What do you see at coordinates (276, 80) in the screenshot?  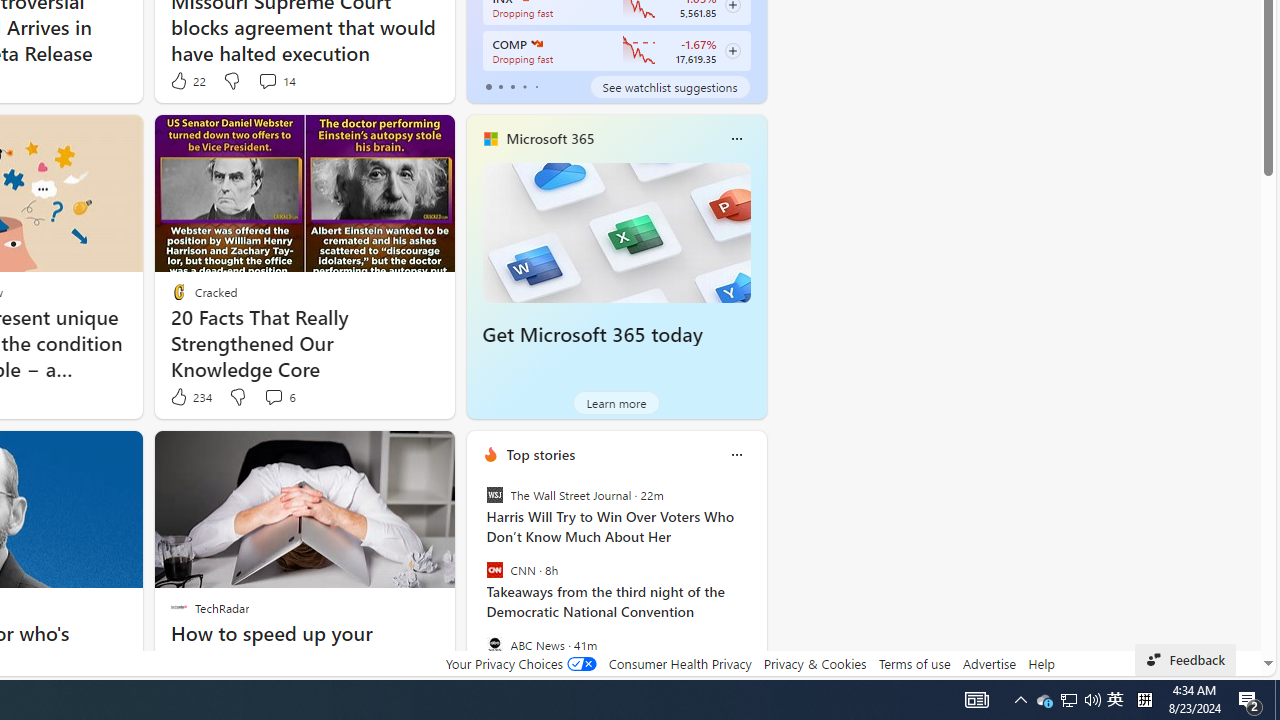 I see `'View comments 14 Comment'` at bounding box center [276, 80].